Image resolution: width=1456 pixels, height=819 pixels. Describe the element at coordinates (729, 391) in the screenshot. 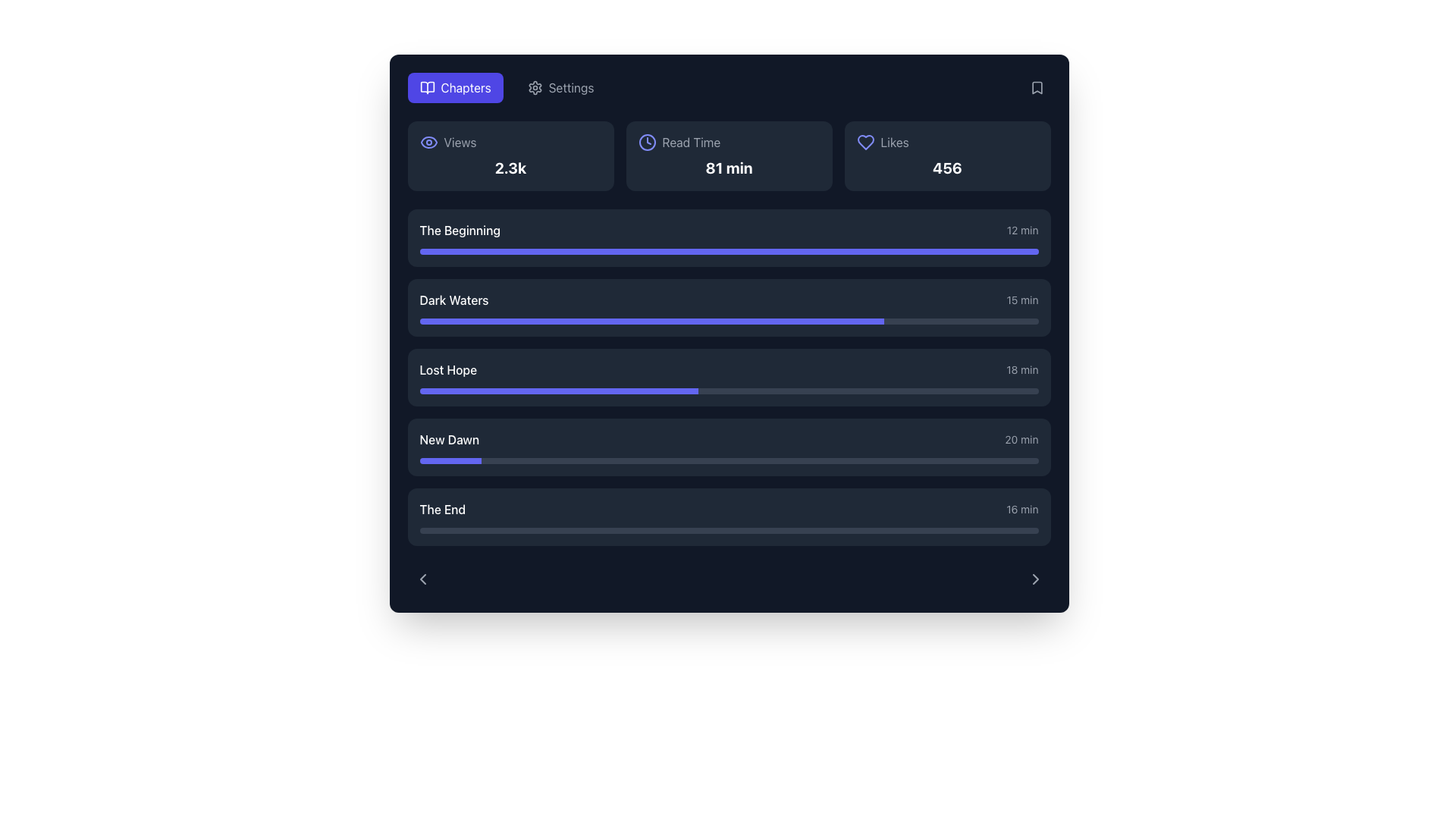

I see `the horizontal progress bar with a rounded shape and gradient-like appearance located below the text 'Lost Hope' and '18 min'` at that location.